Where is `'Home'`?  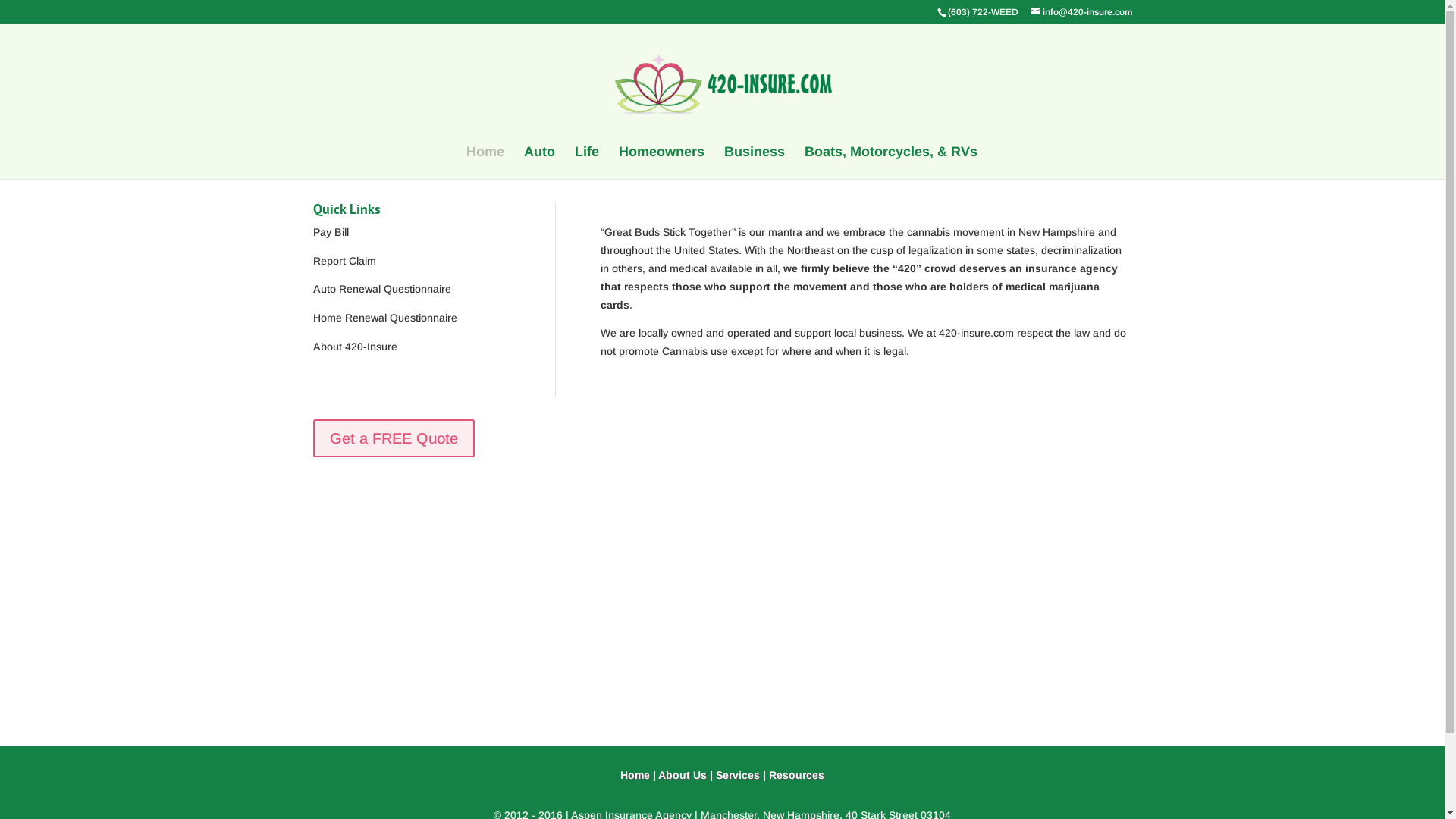
'Home' is located at coordinates (635, 775).